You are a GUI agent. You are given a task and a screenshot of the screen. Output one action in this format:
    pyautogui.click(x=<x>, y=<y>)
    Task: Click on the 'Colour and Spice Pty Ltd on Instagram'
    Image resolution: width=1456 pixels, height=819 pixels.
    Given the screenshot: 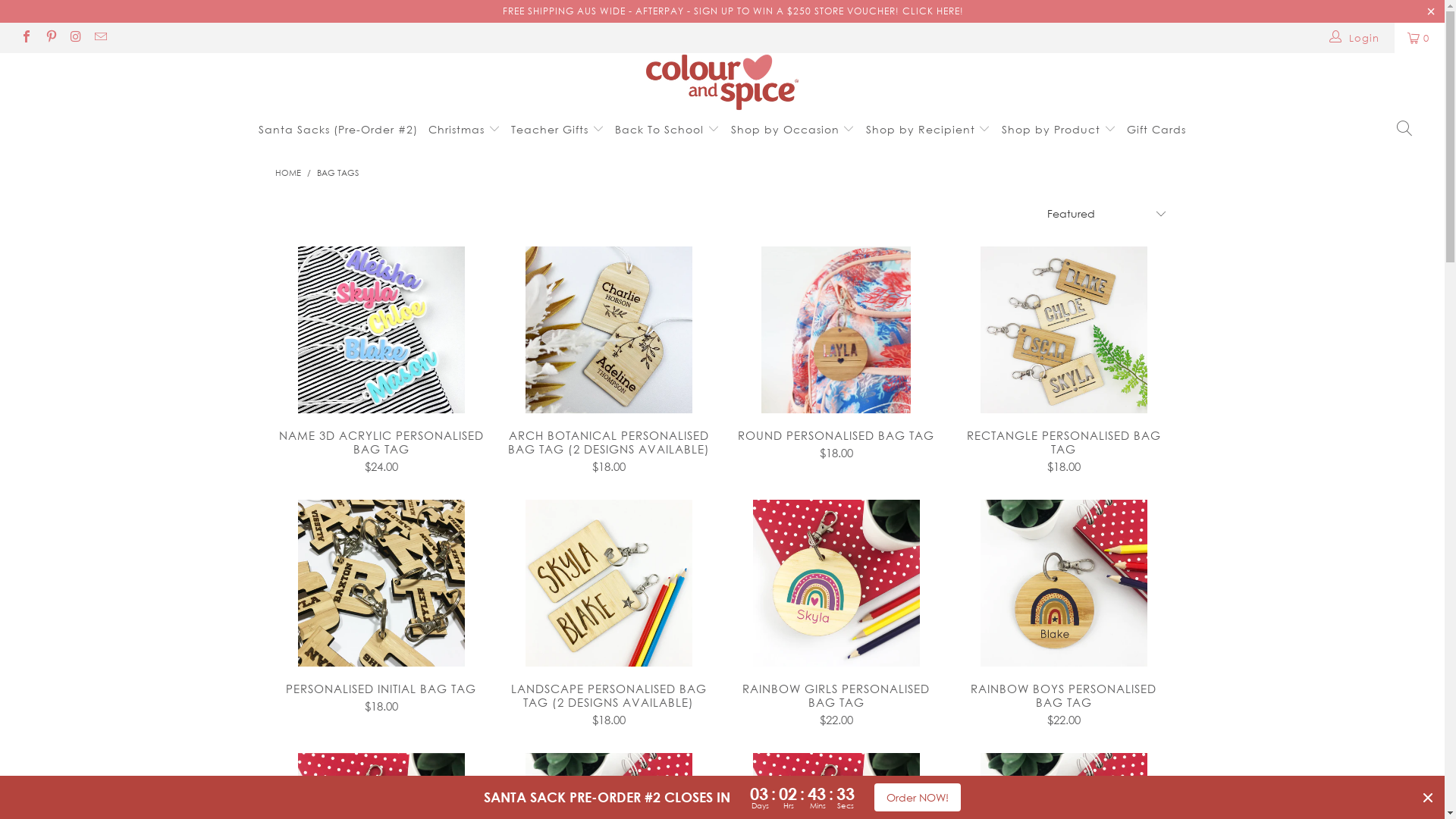 What is the action you would take?
    pyautogui.click(x=74, y=37)
    